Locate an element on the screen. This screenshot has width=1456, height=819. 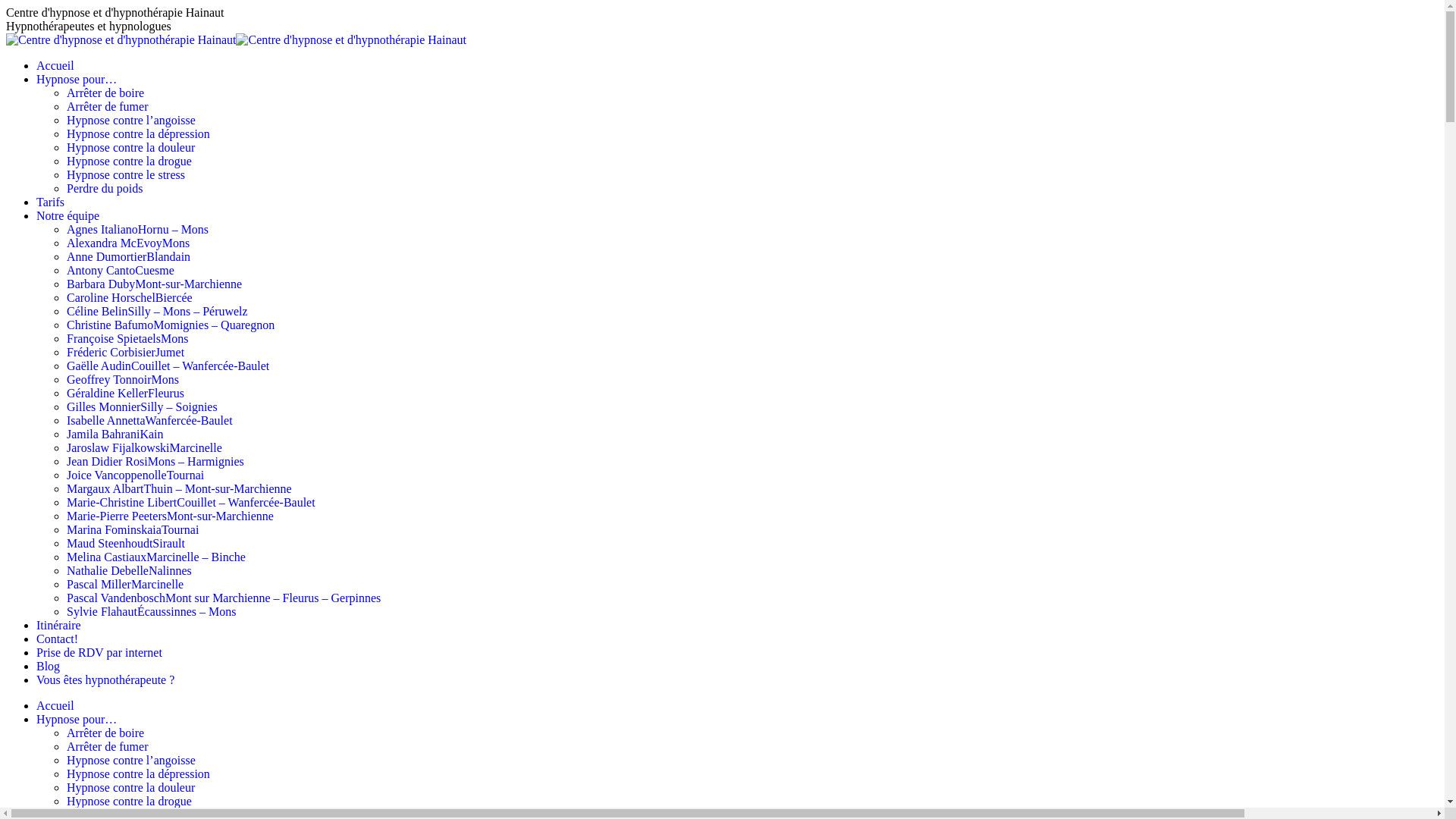
'Alexandra McEvoyMons' is located at coordinates (127, 242).